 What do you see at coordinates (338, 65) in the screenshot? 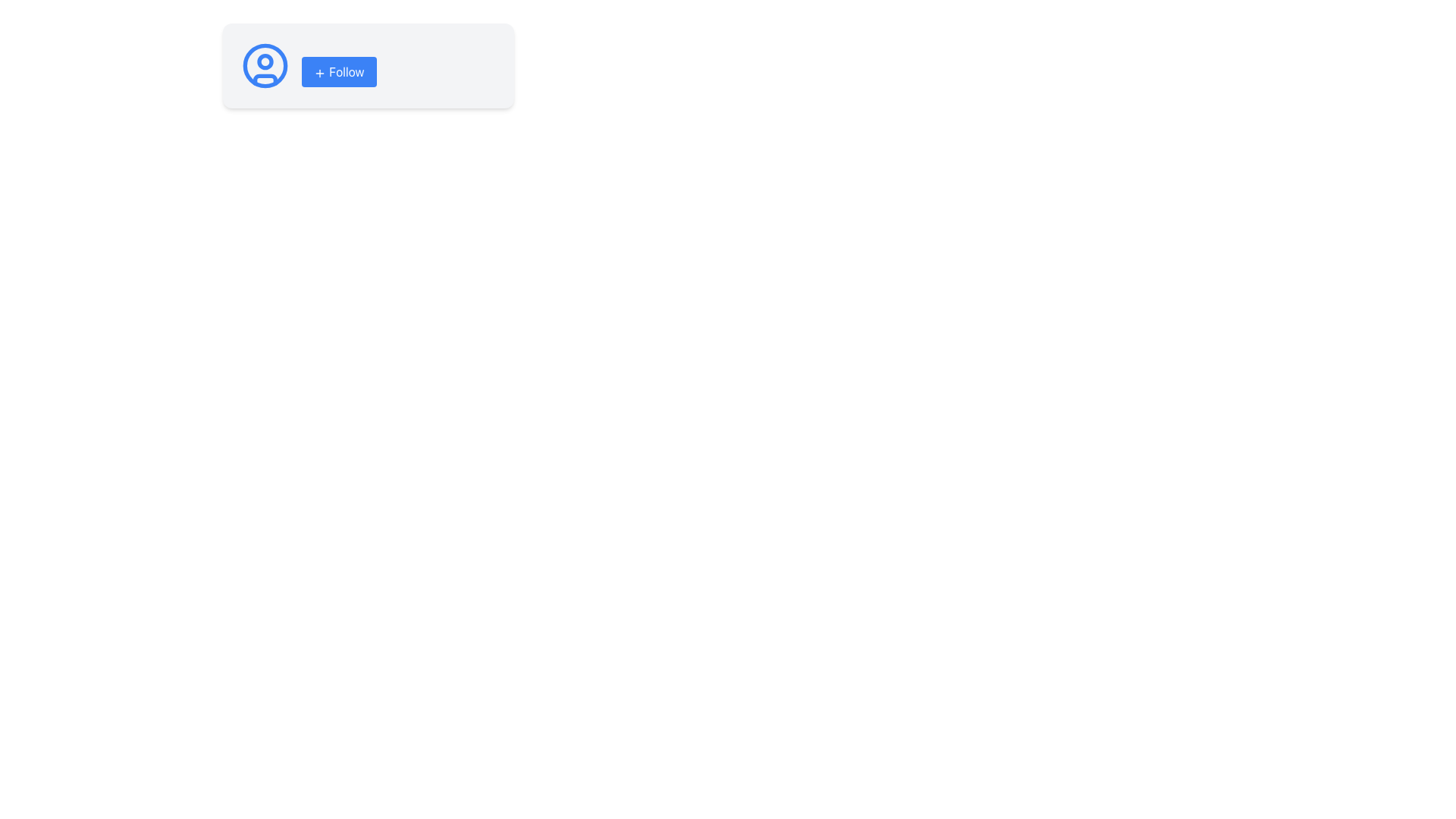
I see `the blue button with rounded corners labeled '+ Follow'` at bounding box center [338, 65].